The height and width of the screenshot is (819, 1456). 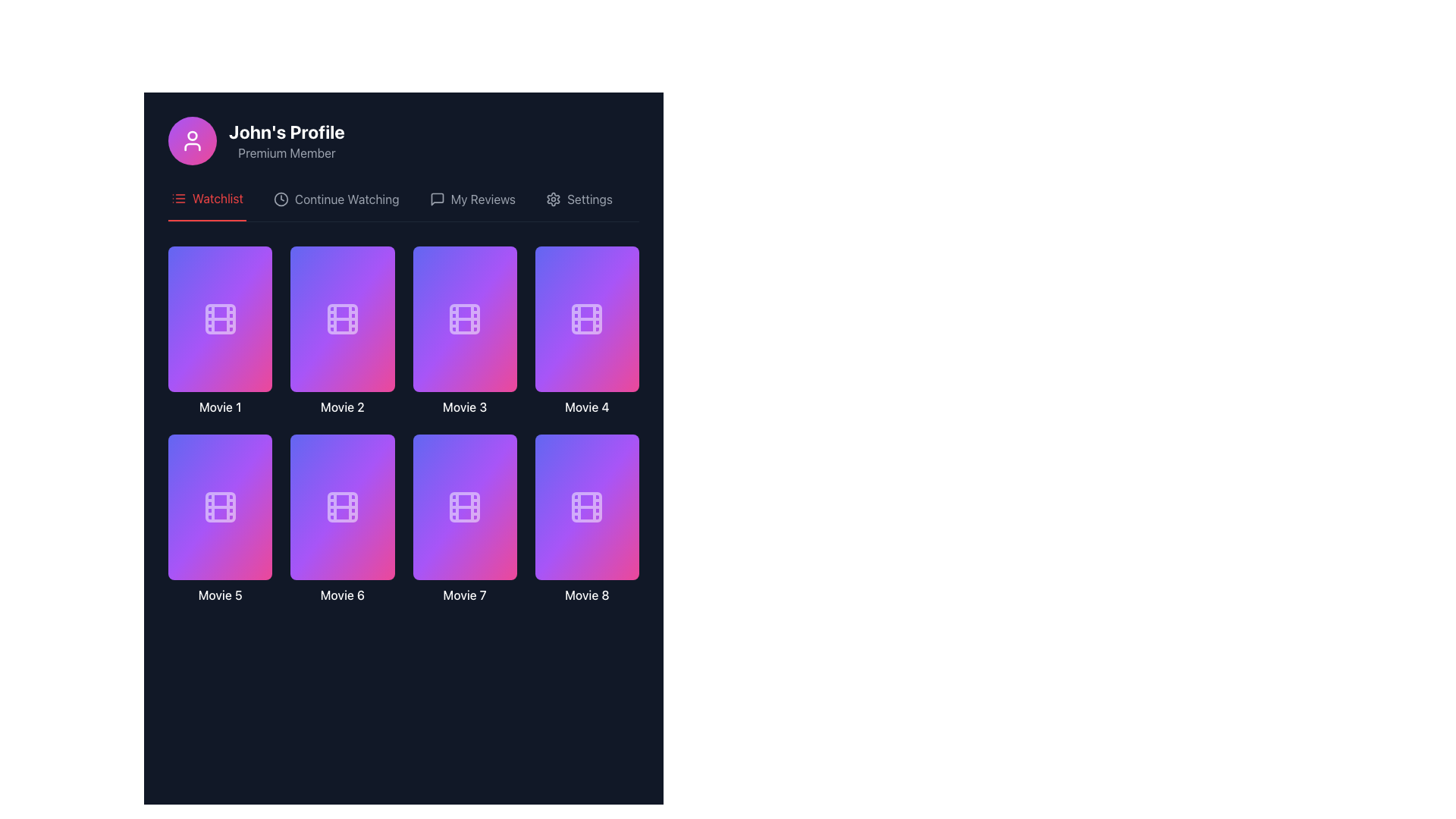 I want to click on the 'My Reviews' tab in the horizontal navigation bar, so click(x=472, y=205).